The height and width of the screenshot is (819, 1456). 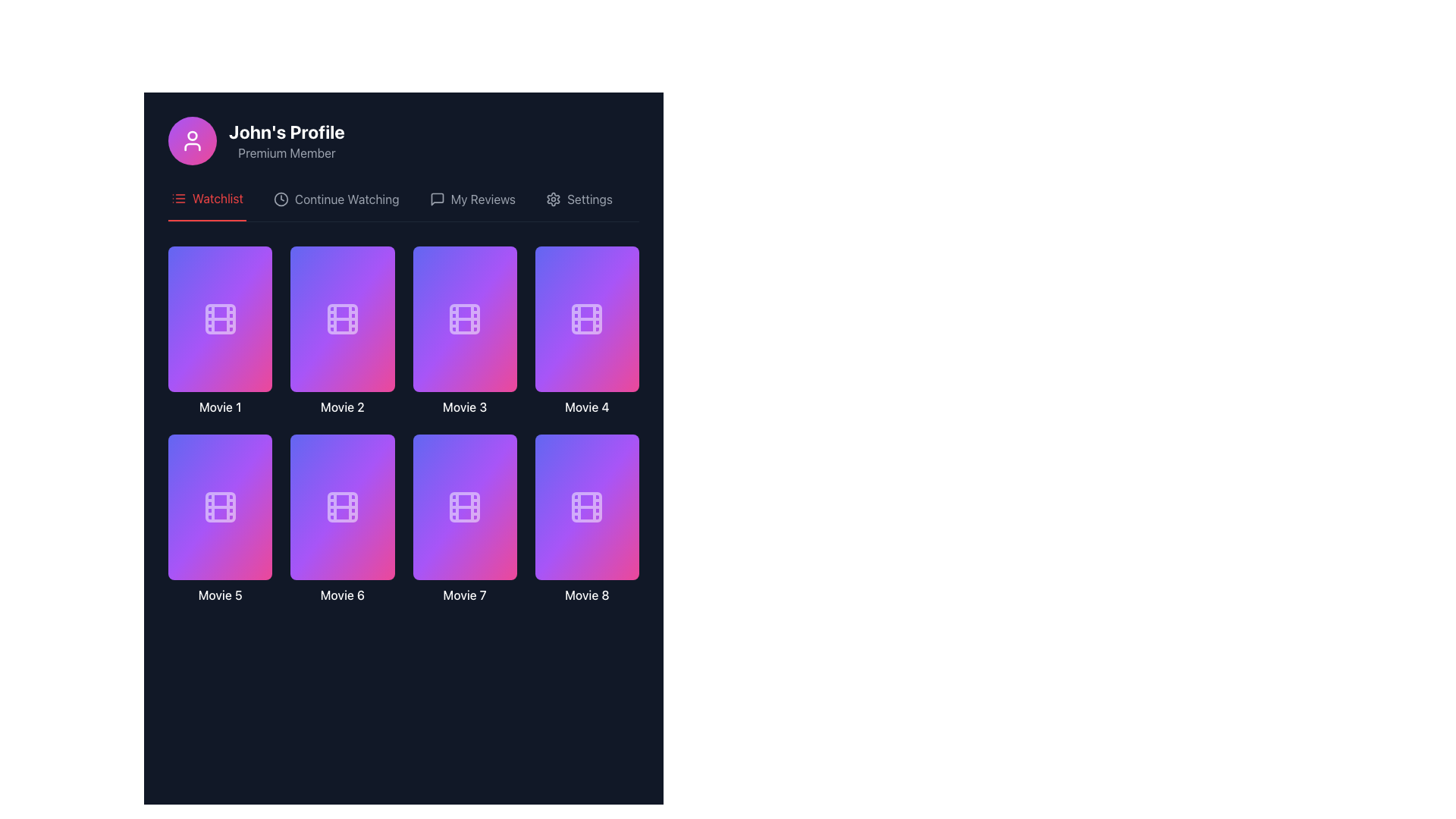 I want to click on the 'My Reviews' tab in the horizontal navigation bar, so click(x=472, y=205).